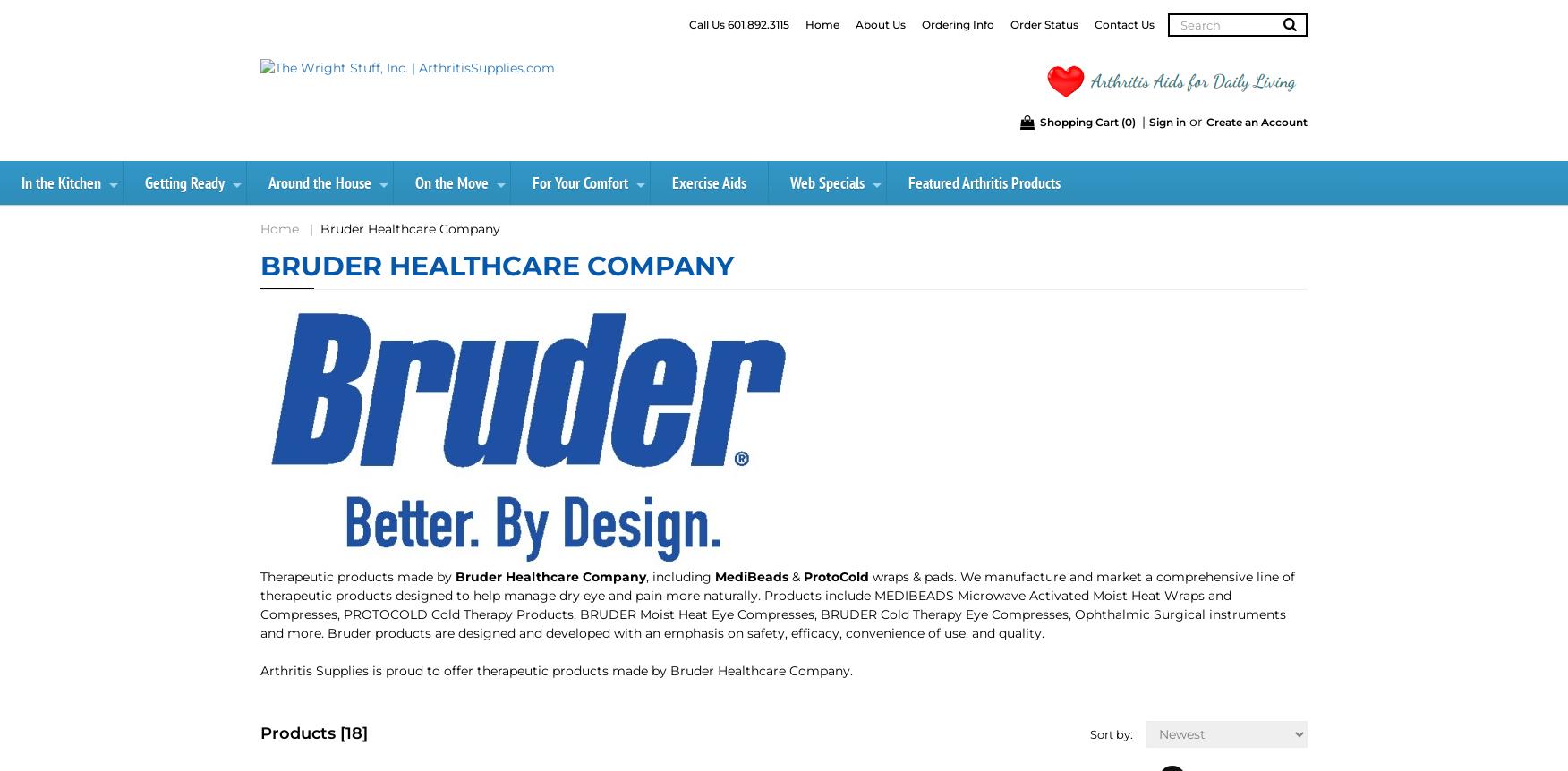 This screenshot has height=771, width=1568. I want to click on 'Create an Account', so click(1256, 121).